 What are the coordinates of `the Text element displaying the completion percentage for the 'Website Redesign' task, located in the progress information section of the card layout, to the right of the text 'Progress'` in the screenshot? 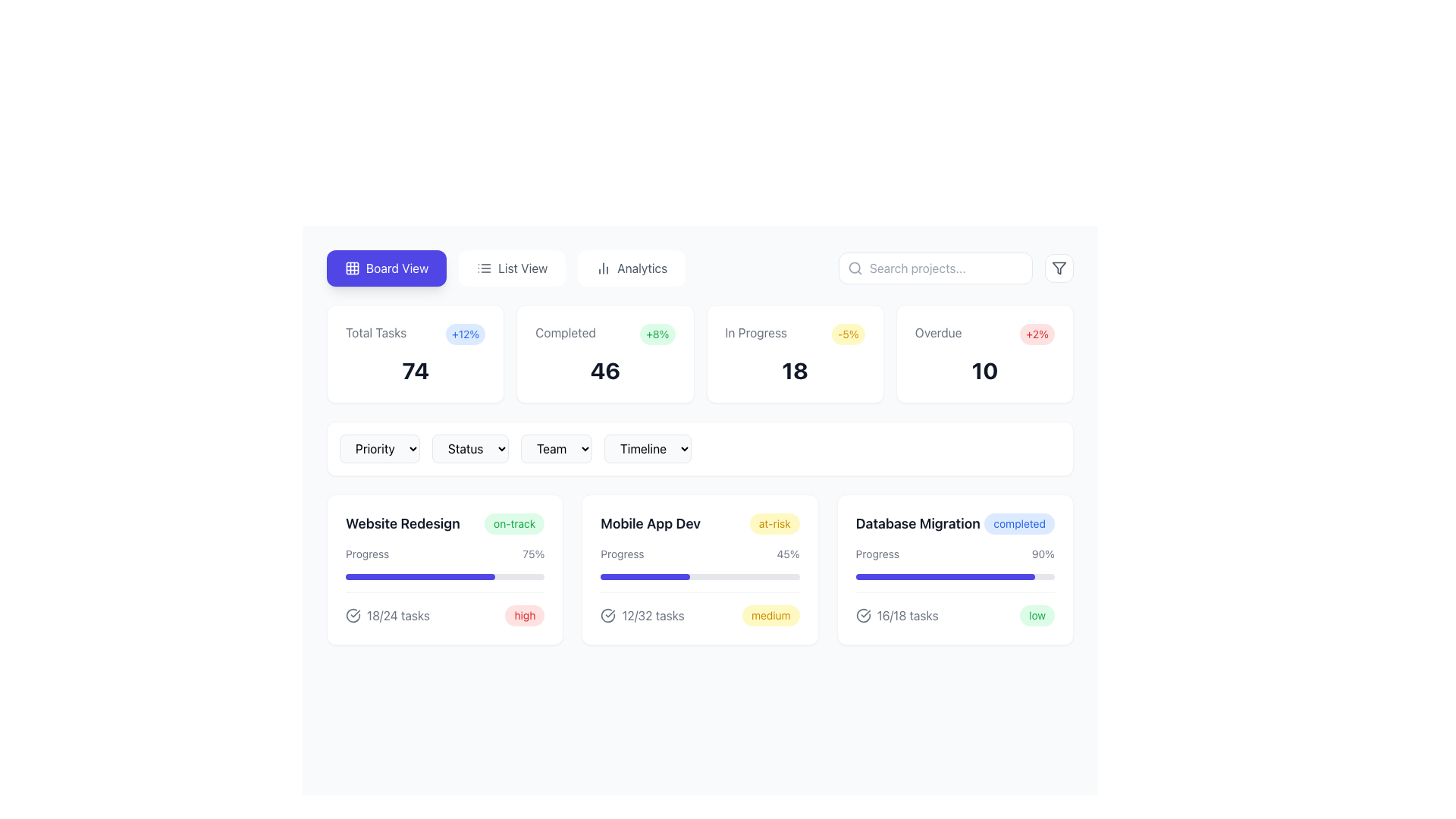 It's located at (533, 554).